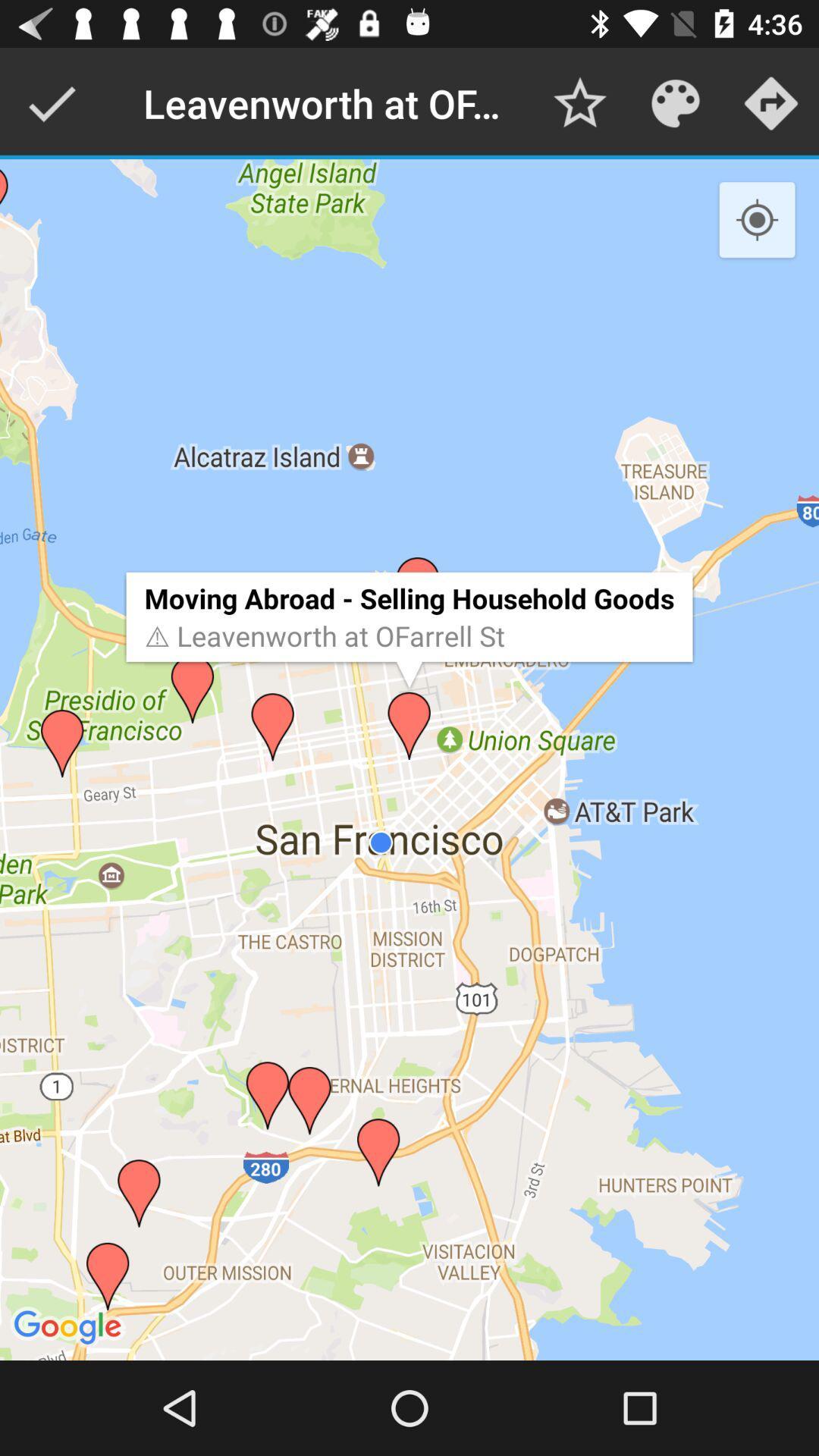 This screenshot has width=819, height=1456. I want to click on the location_crosshair icon, so click(757, 220).